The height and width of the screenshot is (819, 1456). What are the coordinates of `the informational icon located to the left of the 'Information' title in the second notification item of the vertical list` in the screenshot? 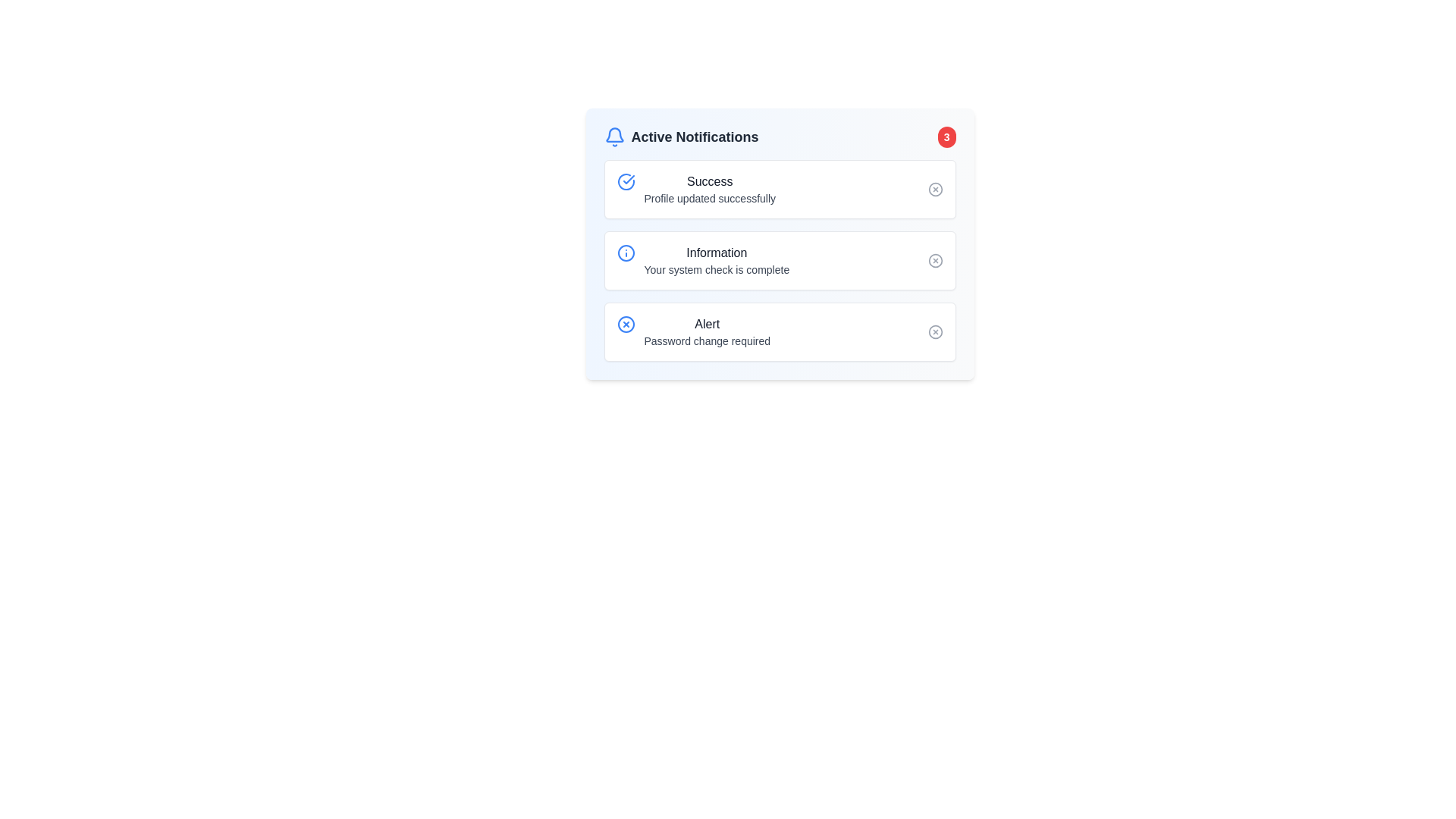 It's located at (626, 253).